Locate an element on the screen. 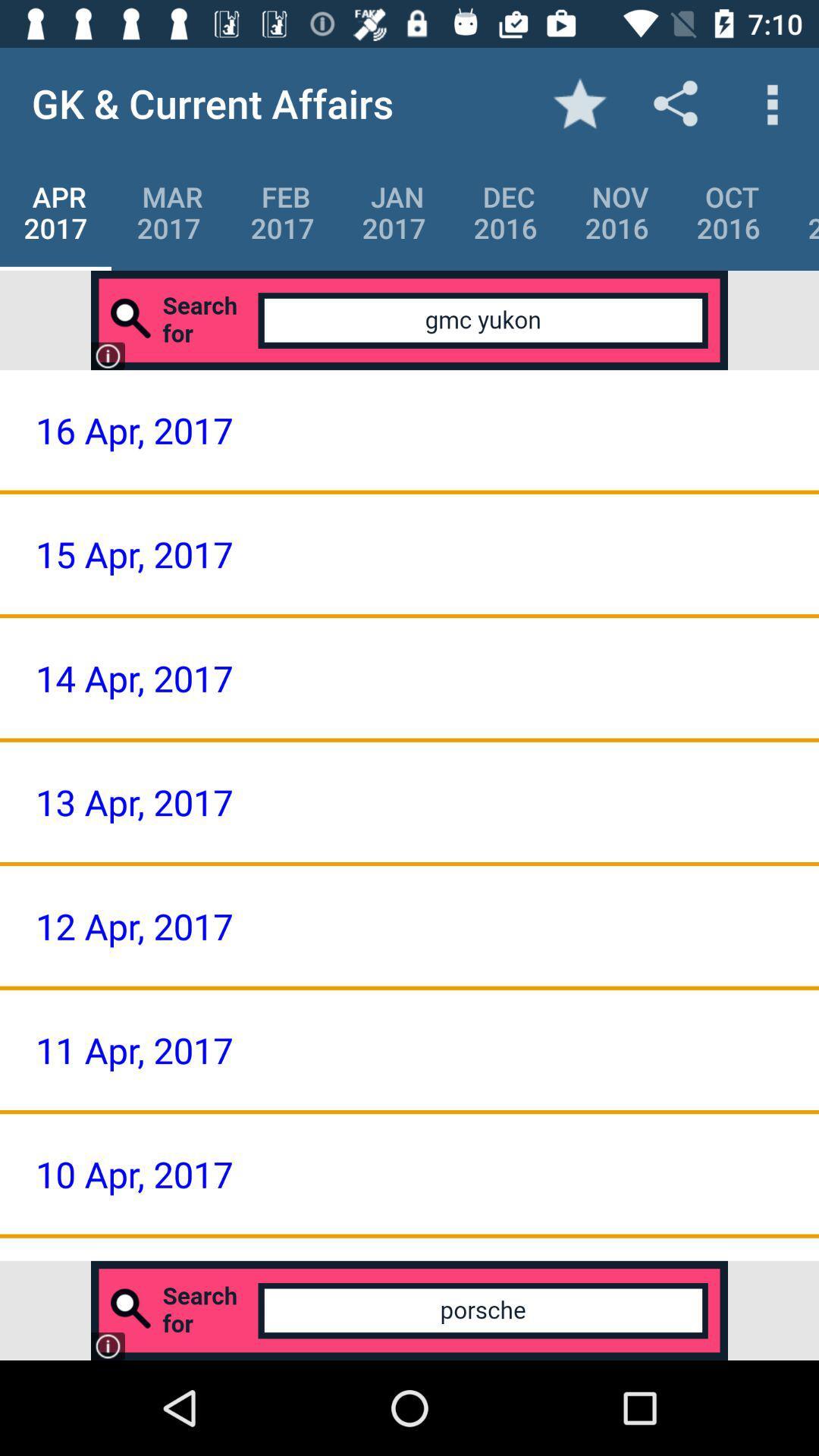 The image size is (819, 1456). icon above the  oct is located at coordinates (771, 102).